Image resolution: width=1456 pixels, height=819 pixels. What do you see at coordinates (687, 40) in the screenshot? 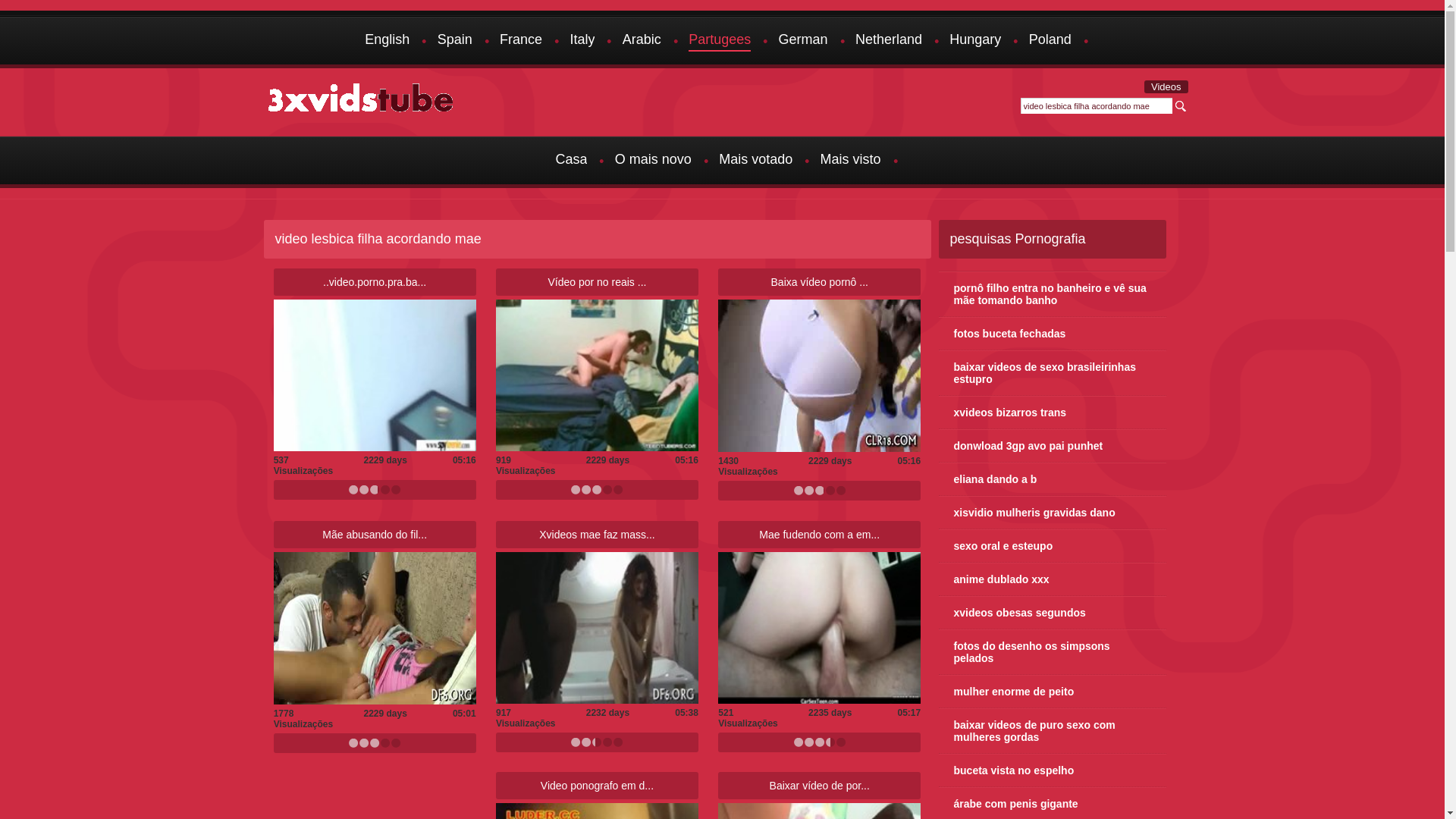
I see `'Partugees'` at bounding box center [687, 40].